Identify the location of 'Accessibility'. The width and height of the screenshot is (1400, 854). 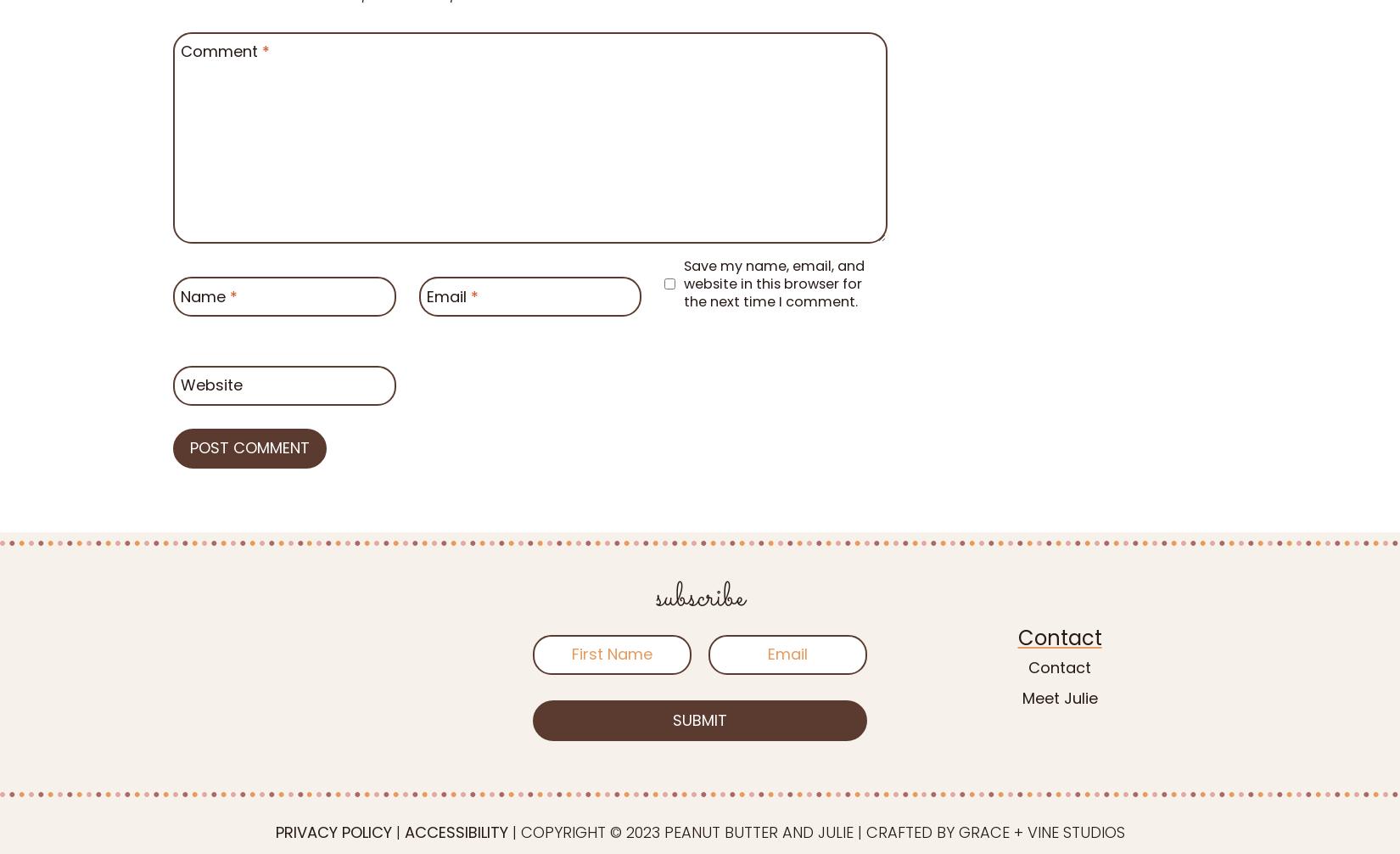
(455, 830).